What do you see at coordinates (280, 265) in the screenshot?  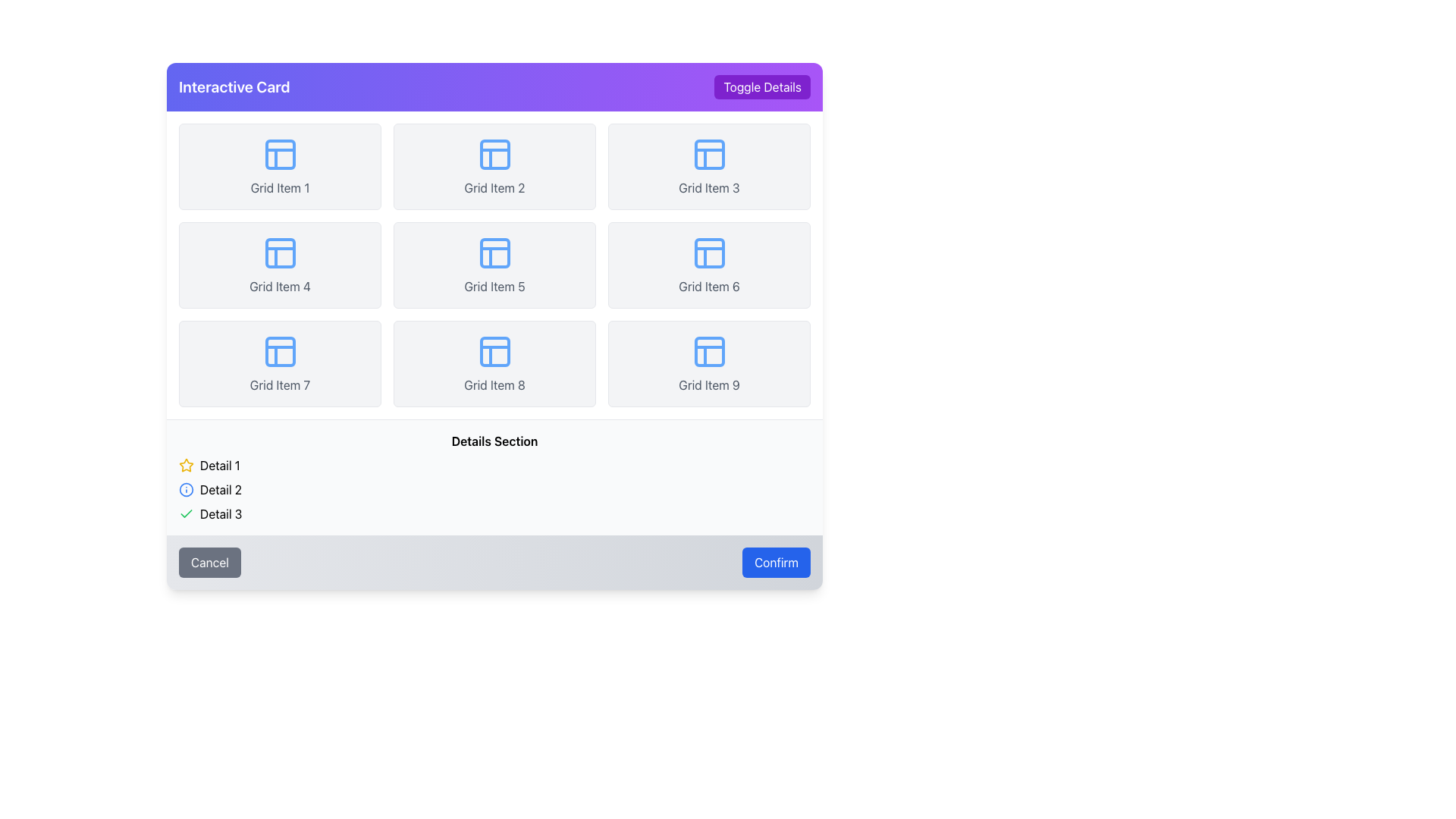 I see `the 'Grid Item 4' card element, which is a light gray card with a blue grid icon at the top, located in the second row and first column of the grid` at bounding box center [280, 265].